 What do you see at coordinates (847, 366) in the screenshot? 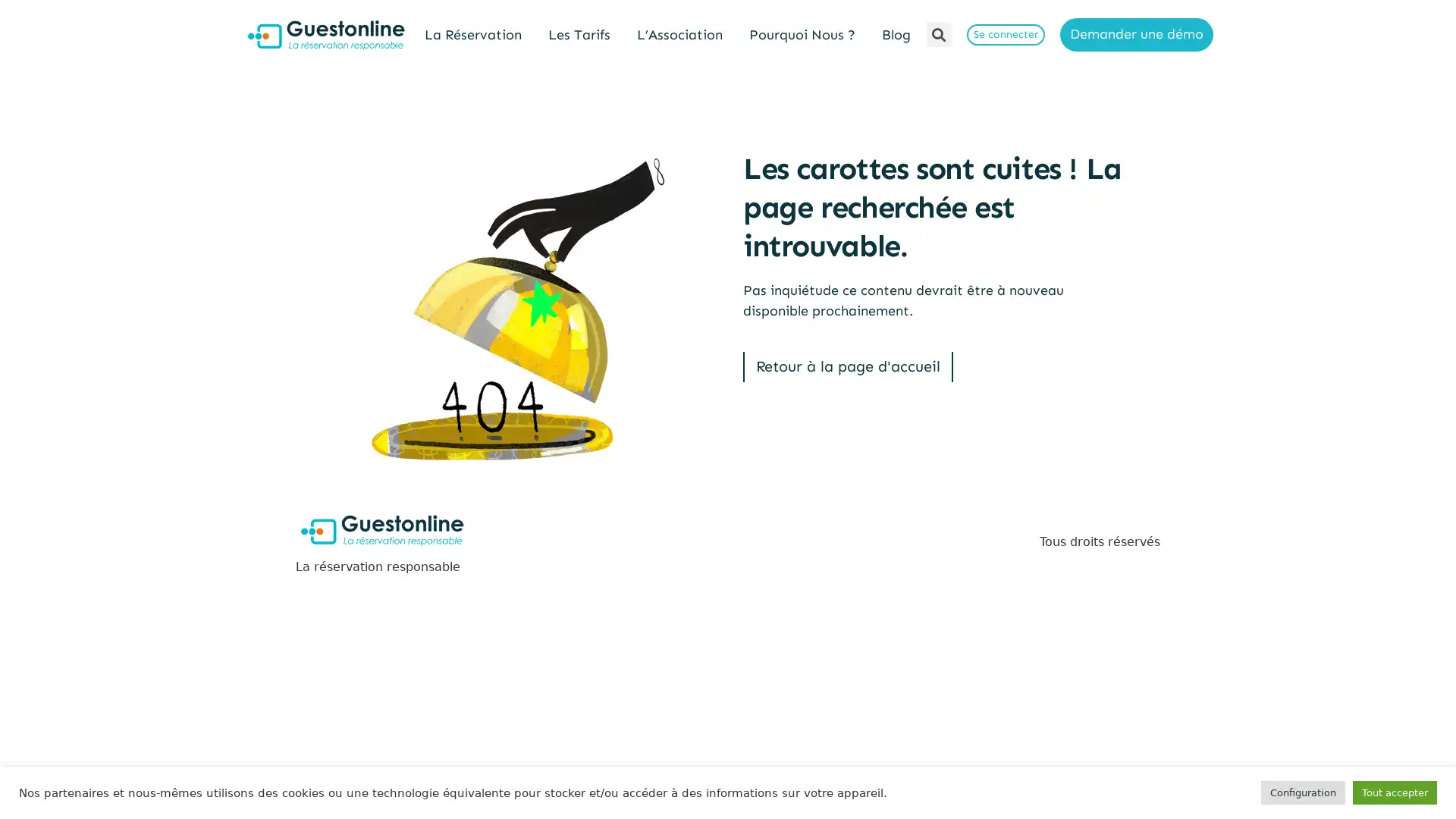
I see `Retour a la page d'accueil` at bounding box center [847, 366].